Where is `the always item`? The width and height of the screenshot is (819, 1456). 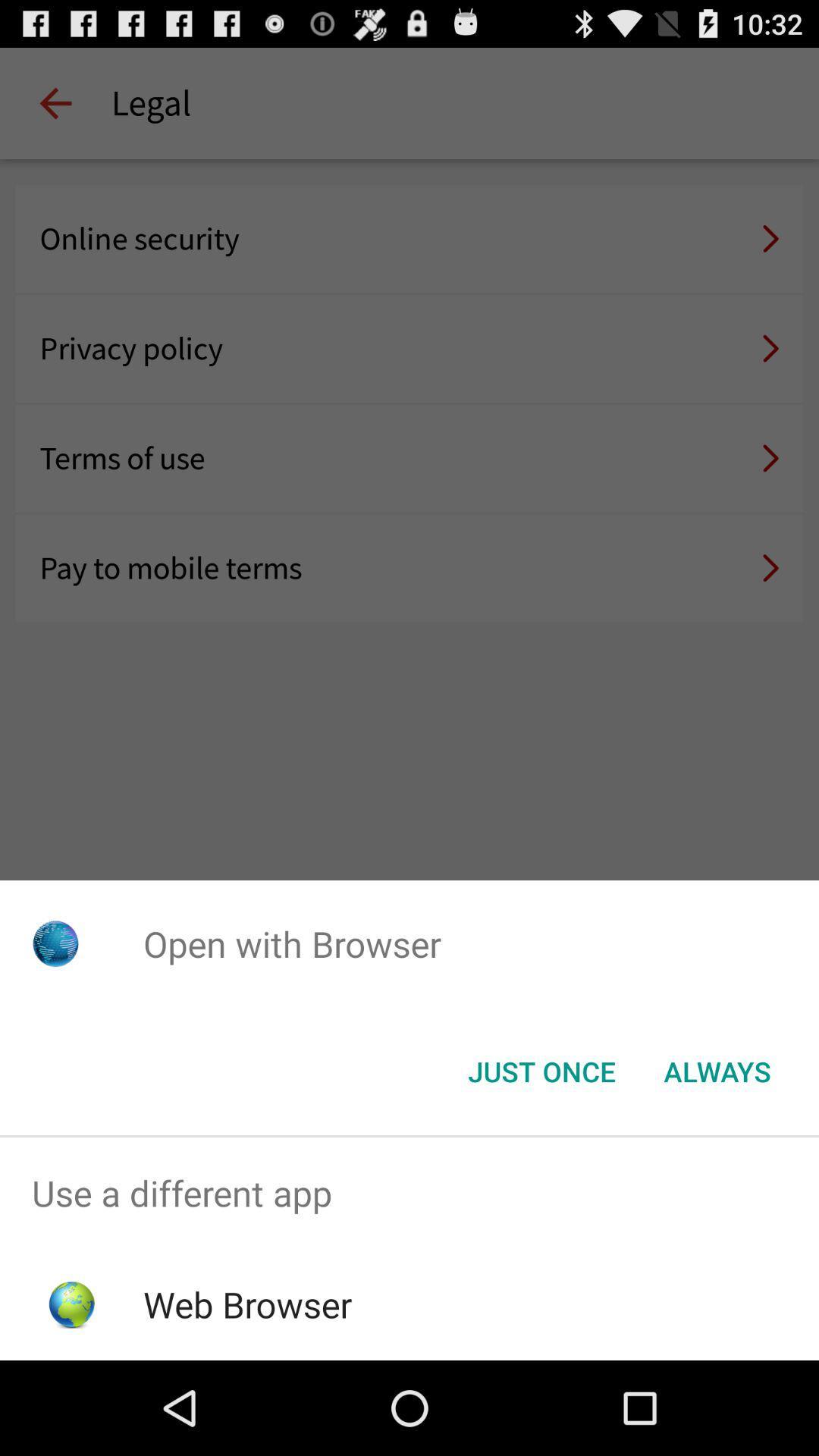 the always item is located at coordinates (717, 1070).